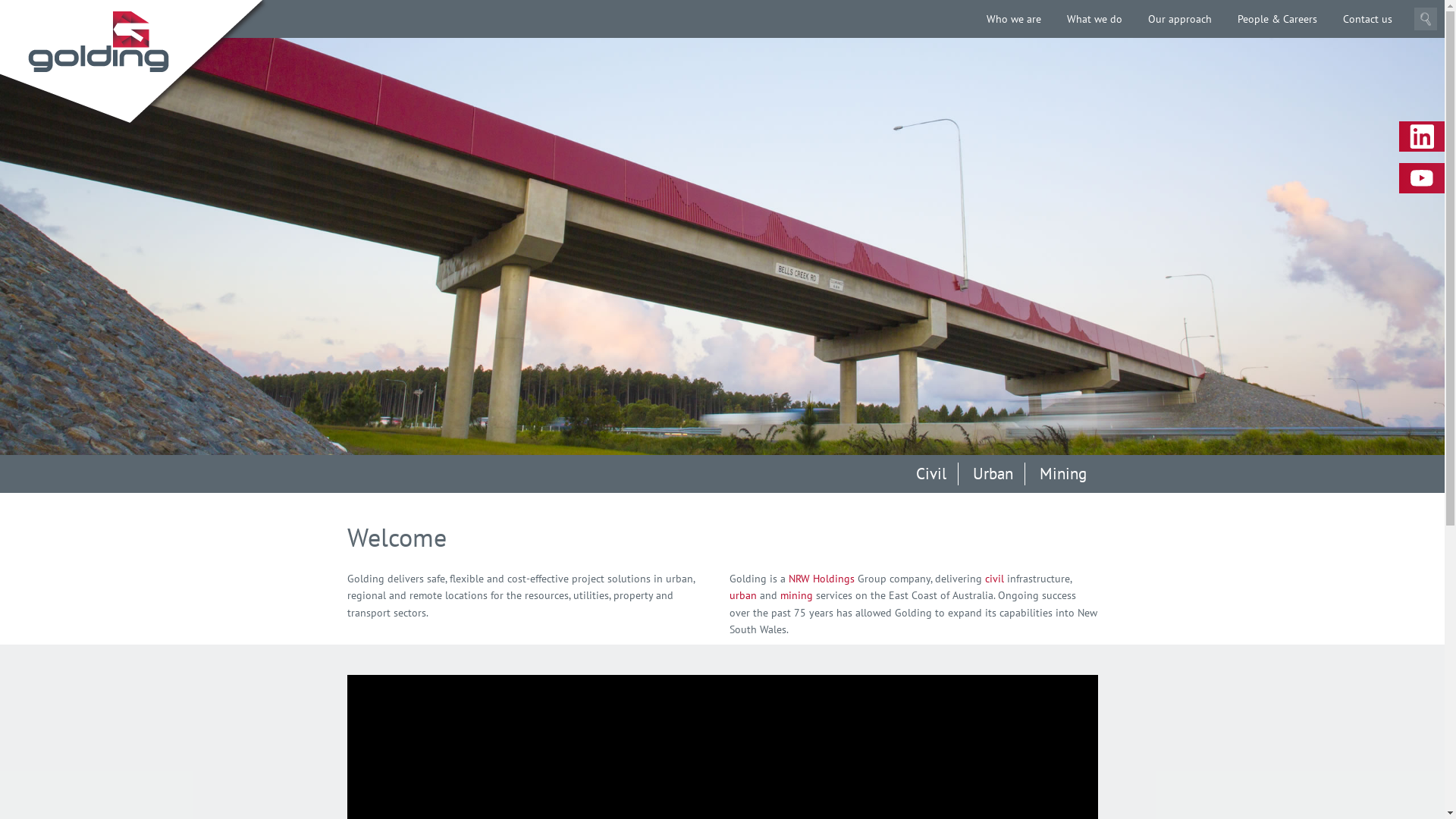 This screenshot has width=1456, height=819. What do you see at coordinates (1398, 177) in the screenshot?
I see `'Youtube'` at bounding box center [1398, 177].